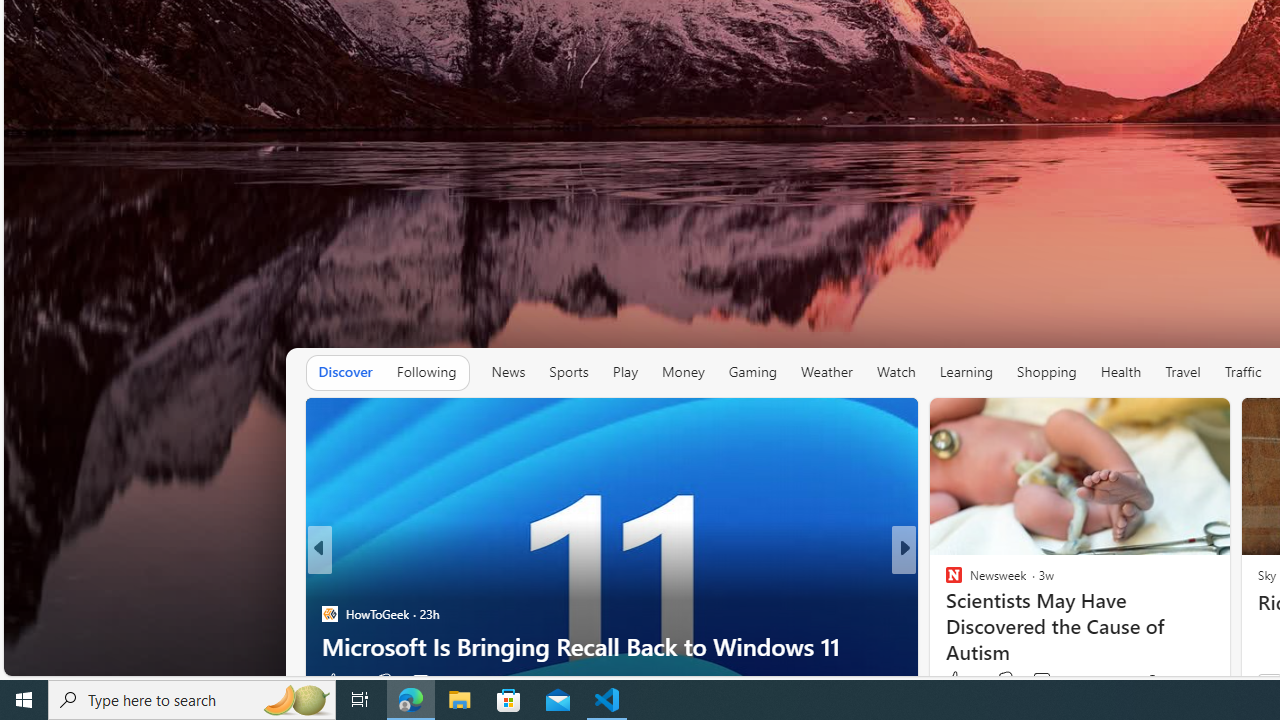  I want to click on 'View comments 3 Comment', so click(1036, 680).